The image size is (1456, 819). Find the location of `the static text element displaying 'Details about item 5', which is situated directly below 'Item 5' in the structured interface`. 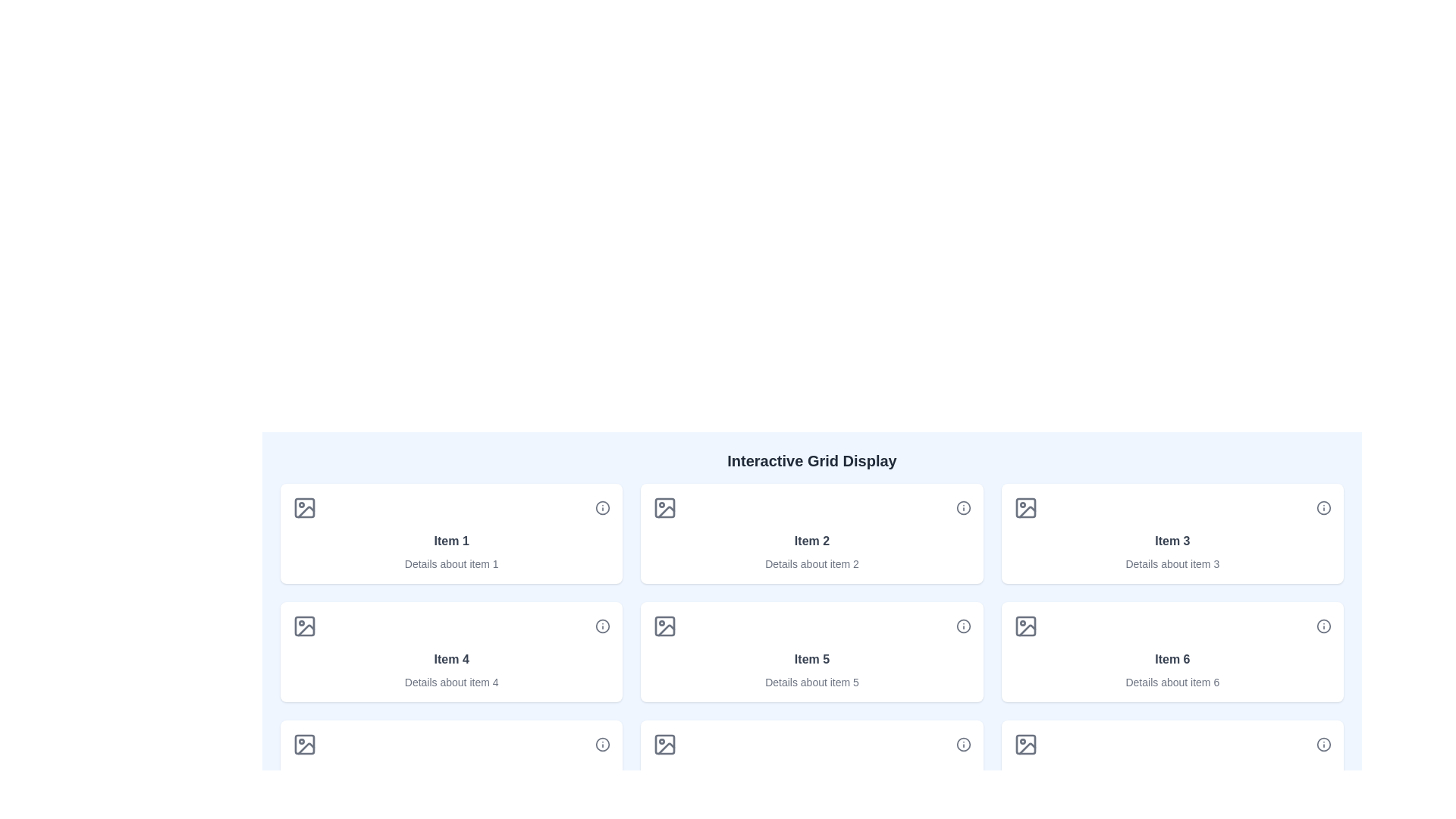

the static text element displaying 'Details about item 5', which is situated directly below 'Item 5' in the structured interface is located at coordinates (811, 681).